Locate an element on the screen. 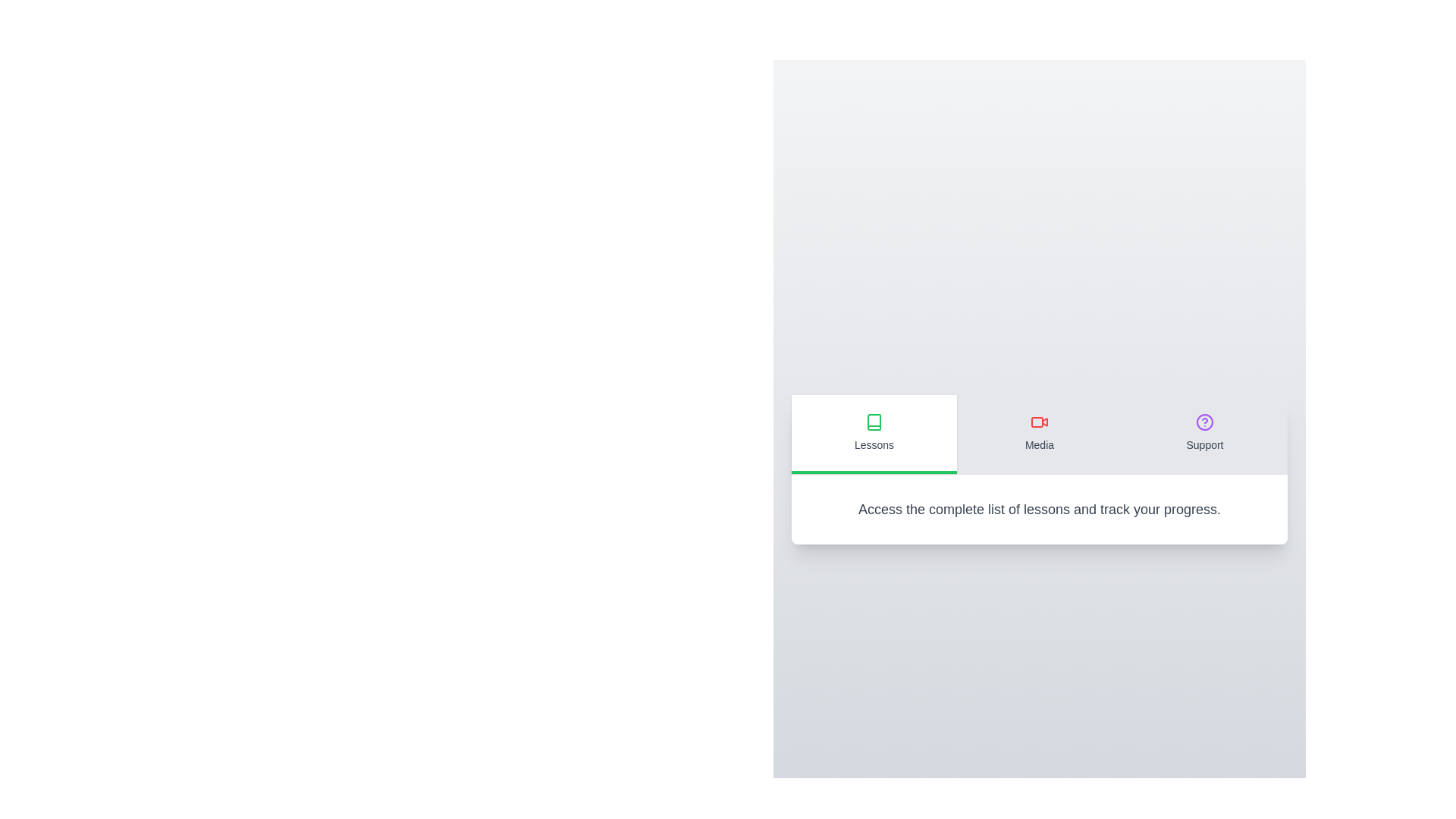 This screenshot has height=819, width=1456. the Lessons tab by clicking on its button is located at coordinates (874, 434).